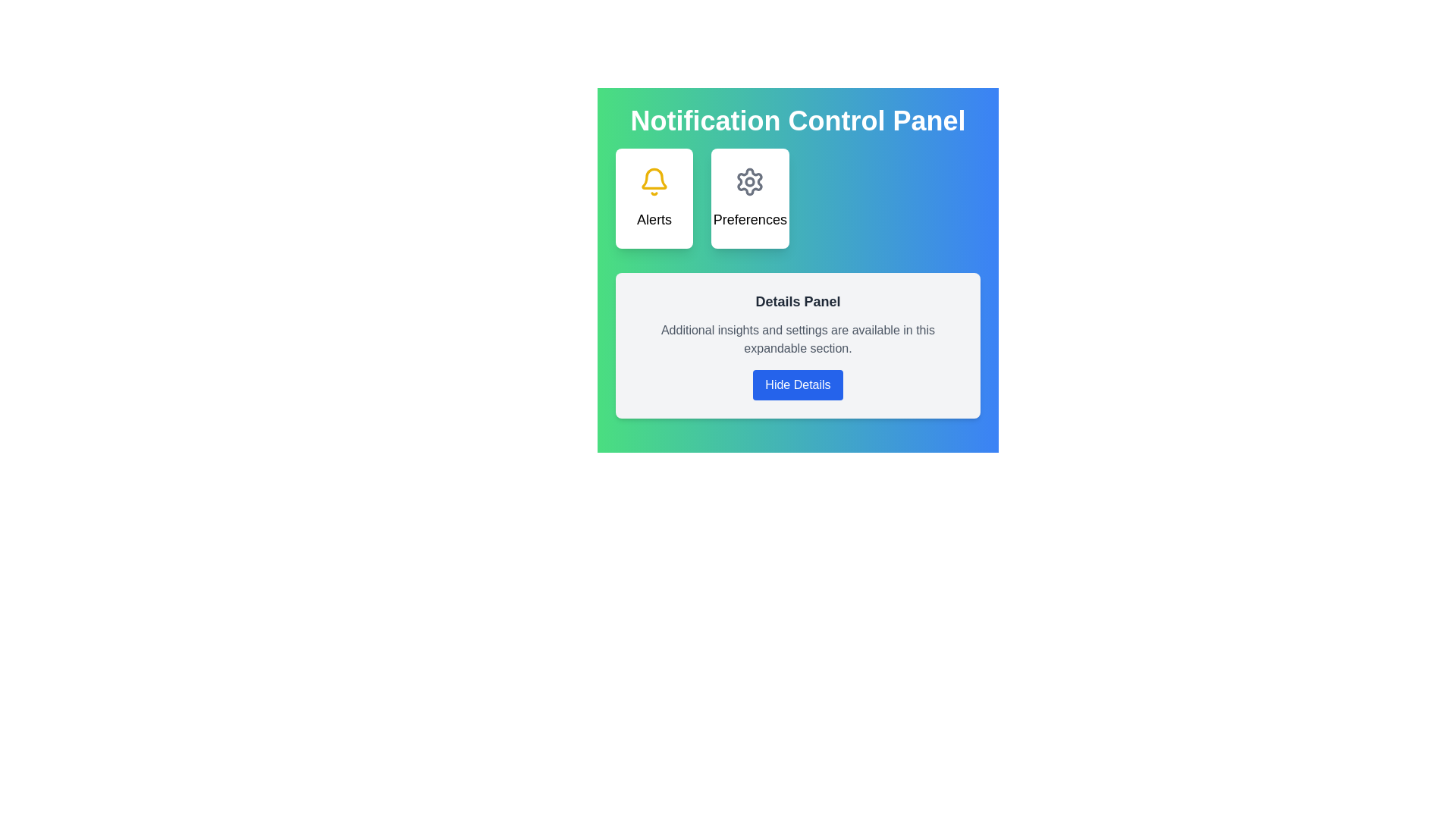 The height and width of the screenshot is (819, 1456). I want to click on the 'Notification Control Panel' label, which features bold, large white text on a gradient background, positioned at the top center above 'Alerts' and 'Preferences', so click(797, 120).